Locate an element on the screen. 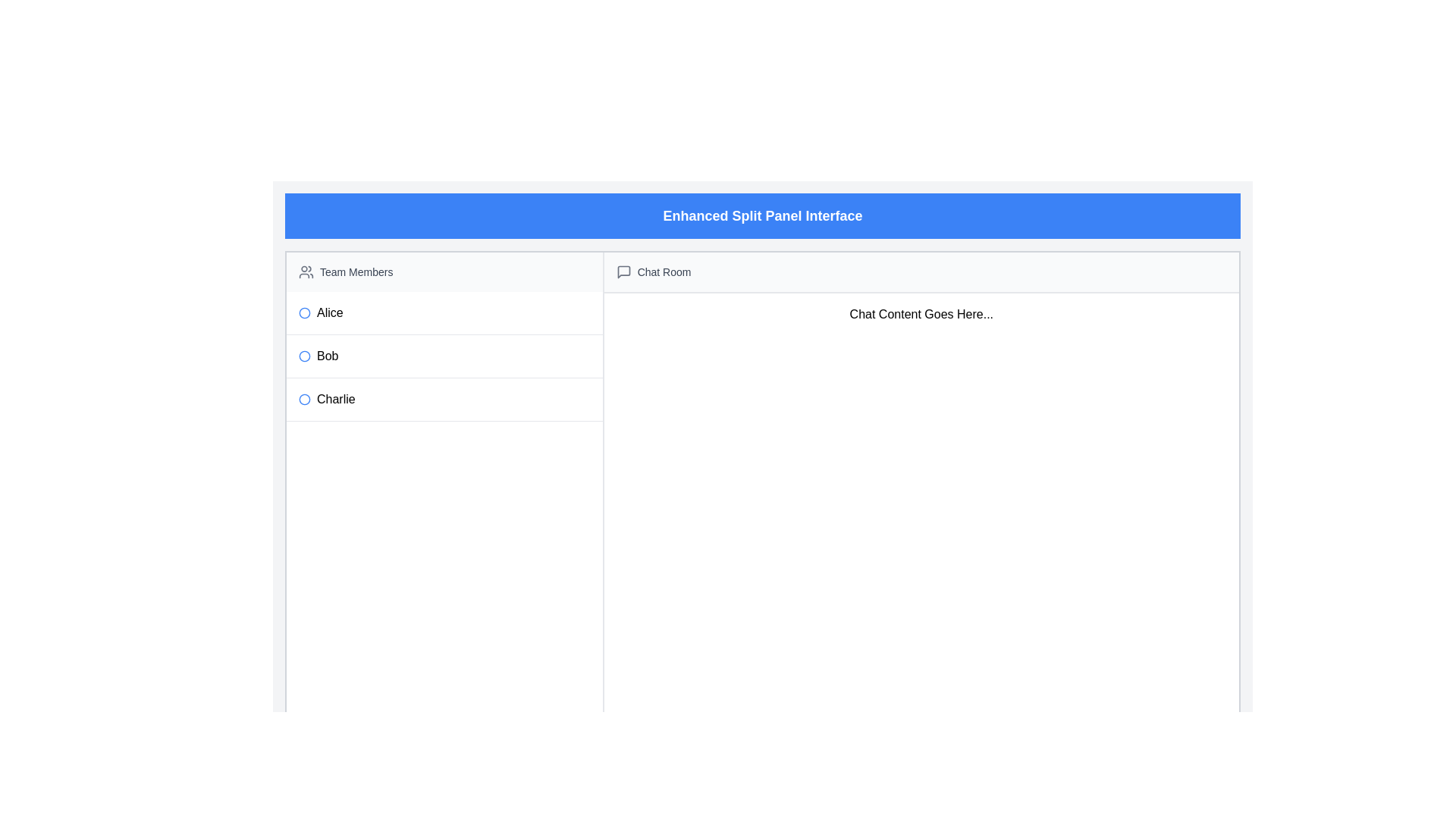 Image resolution: width=1456 pixels, height=819 pixels. the blue outlined circle icon to the left of the user name 'Bob' in the 'Team Members' section is located at coordinates (304, 356).